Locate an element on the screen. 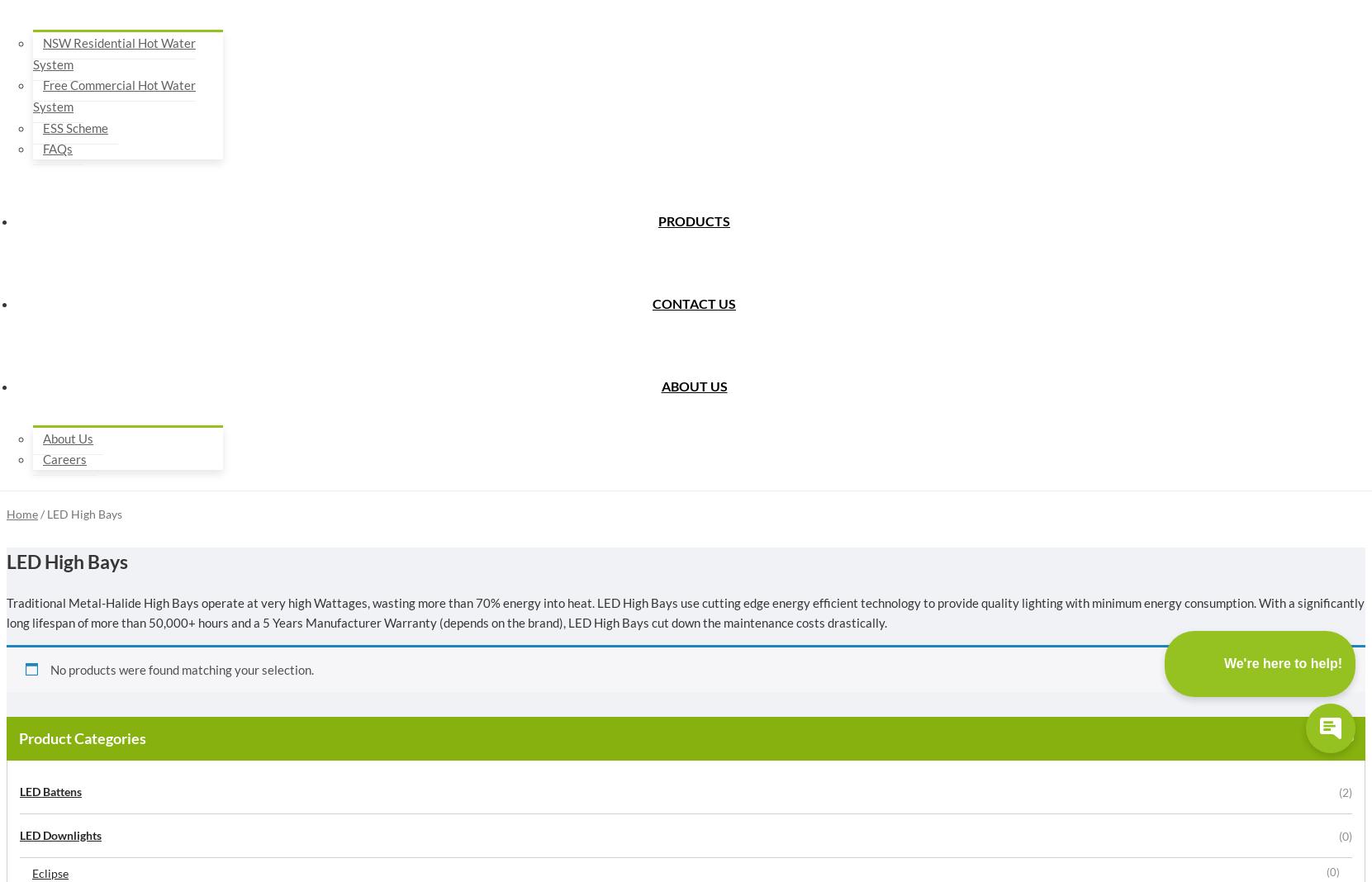 The width and height of the screenshot is (1372, 882). 'Eclipse' is located at coordinates (49, 873).